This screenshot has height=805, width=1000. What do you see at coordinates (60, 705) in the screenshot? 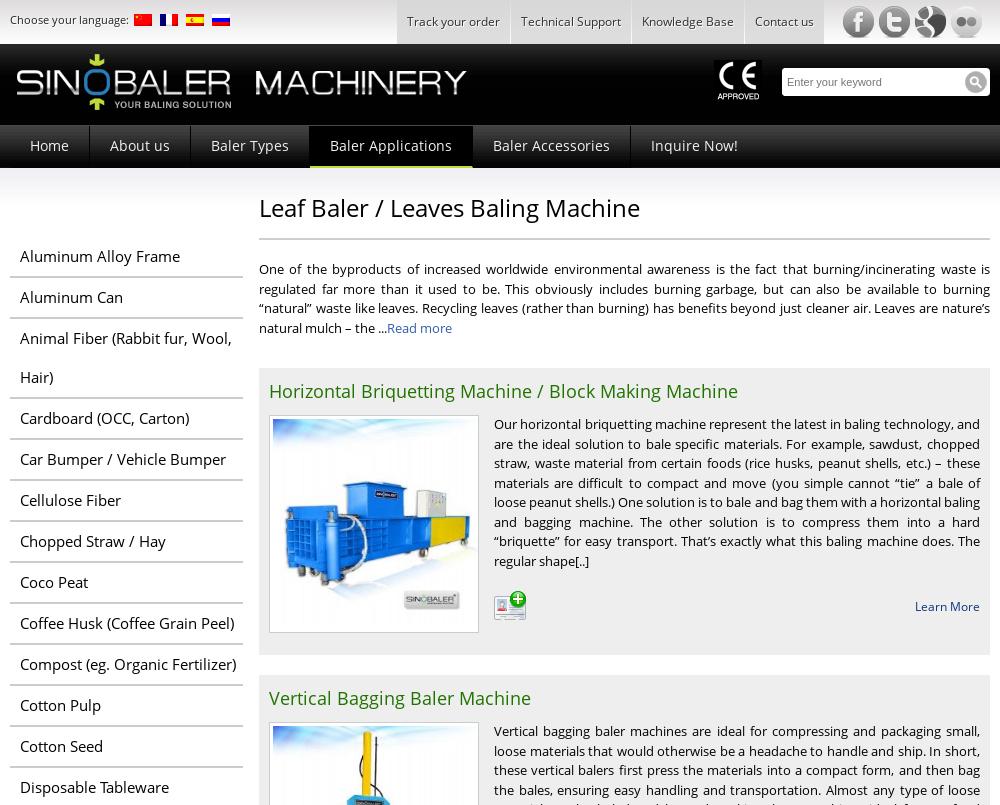
I see `'Cotton Pulp'` at bounding box center [60, 705].